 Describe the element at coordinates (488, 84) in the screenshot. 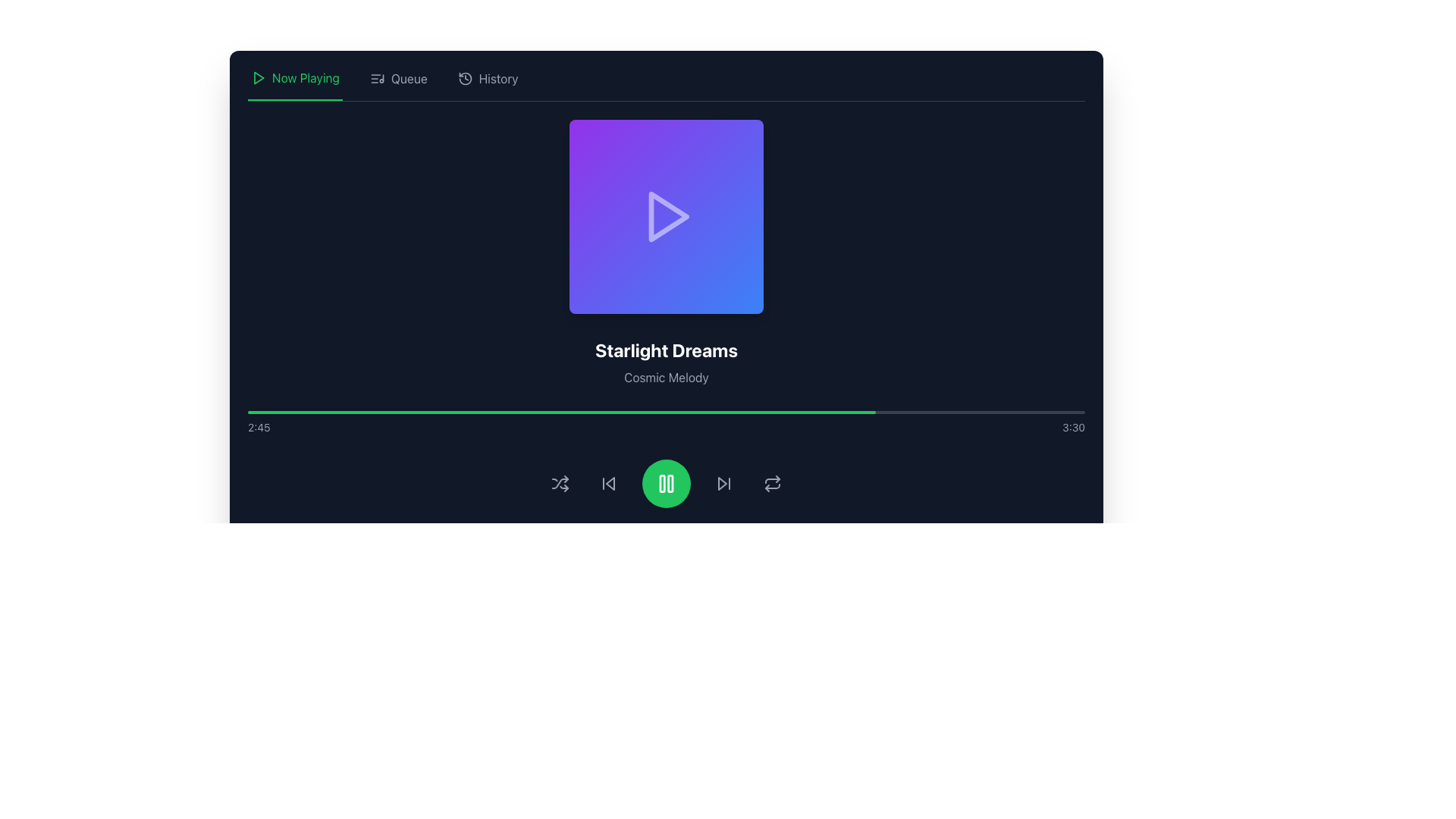

I see `the clickable navigation menu item labeled 'History' located on the top navigation bar, which is positioned between 'Queue' and the main content area` at that location.